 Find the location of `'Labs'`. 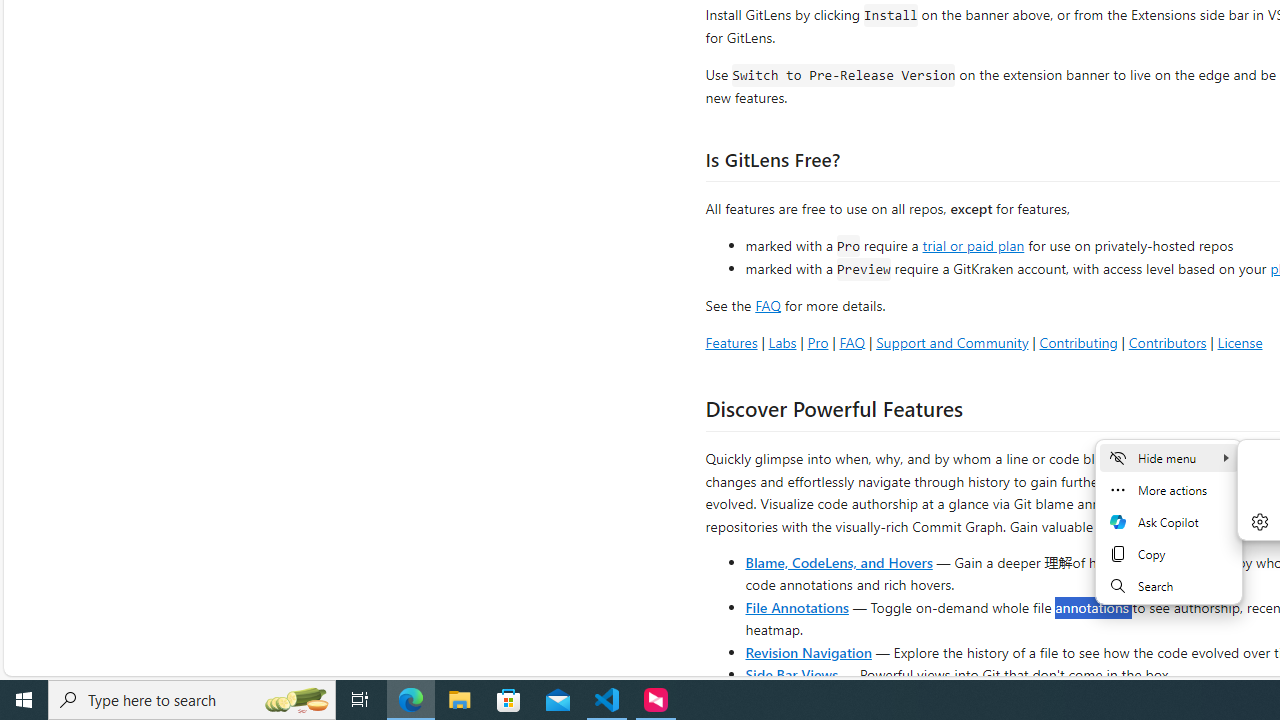

'Labs' is located at coordinates (781, 341).